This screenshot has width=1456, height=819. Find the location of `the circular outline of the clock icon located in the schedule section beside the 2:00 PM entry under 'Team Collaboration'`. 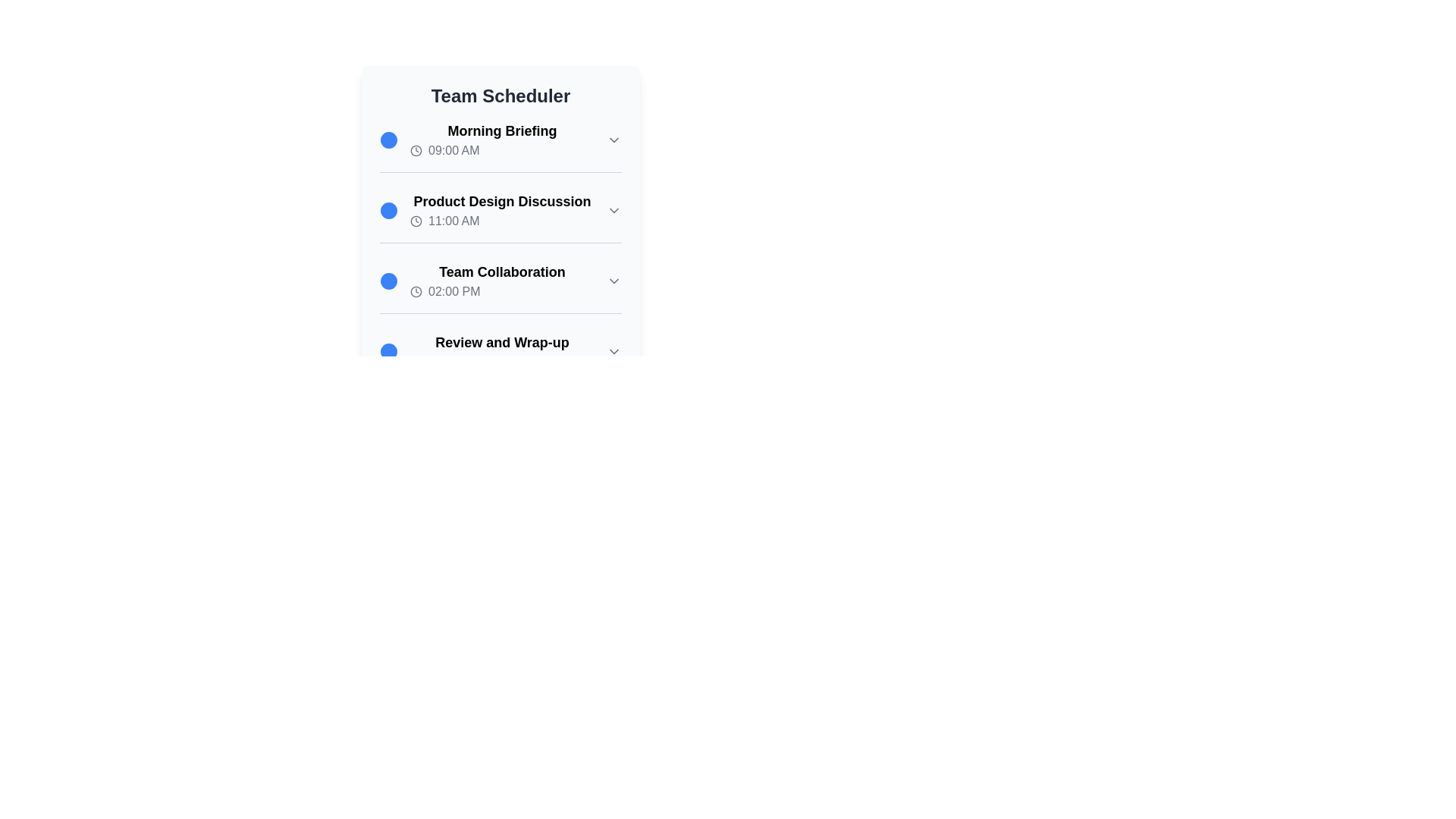

the circular outline of the clock icon located in the schedule section beside the 2:00 PM entry under 'Team Collaboration' is located at coordinates (416, 292).